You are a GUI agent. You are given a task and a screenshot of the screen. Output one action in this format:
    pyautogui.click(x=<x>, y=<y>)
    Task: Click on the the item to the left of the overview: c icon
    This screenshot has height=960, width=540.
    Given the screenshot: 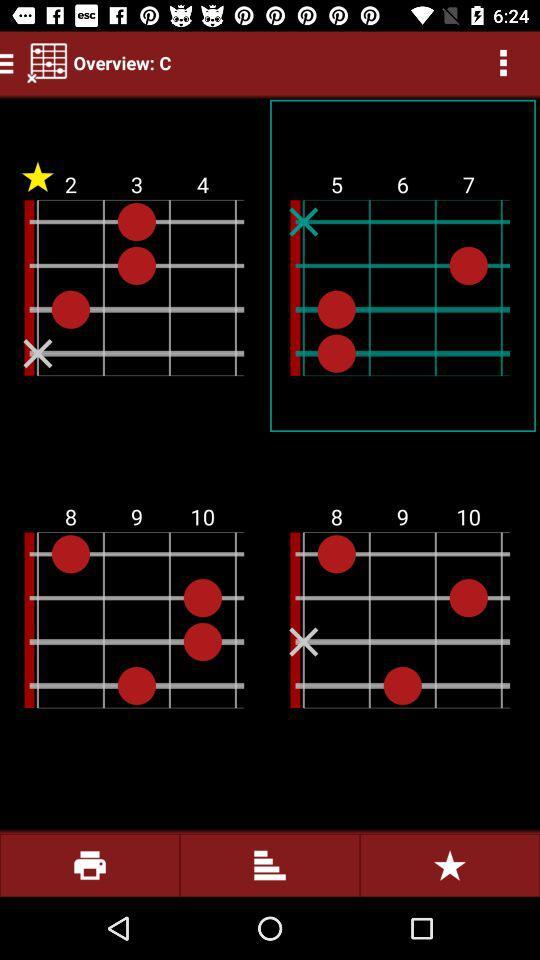 What is the action you would take?
    pyautogui.click(x=47, y=62)
    